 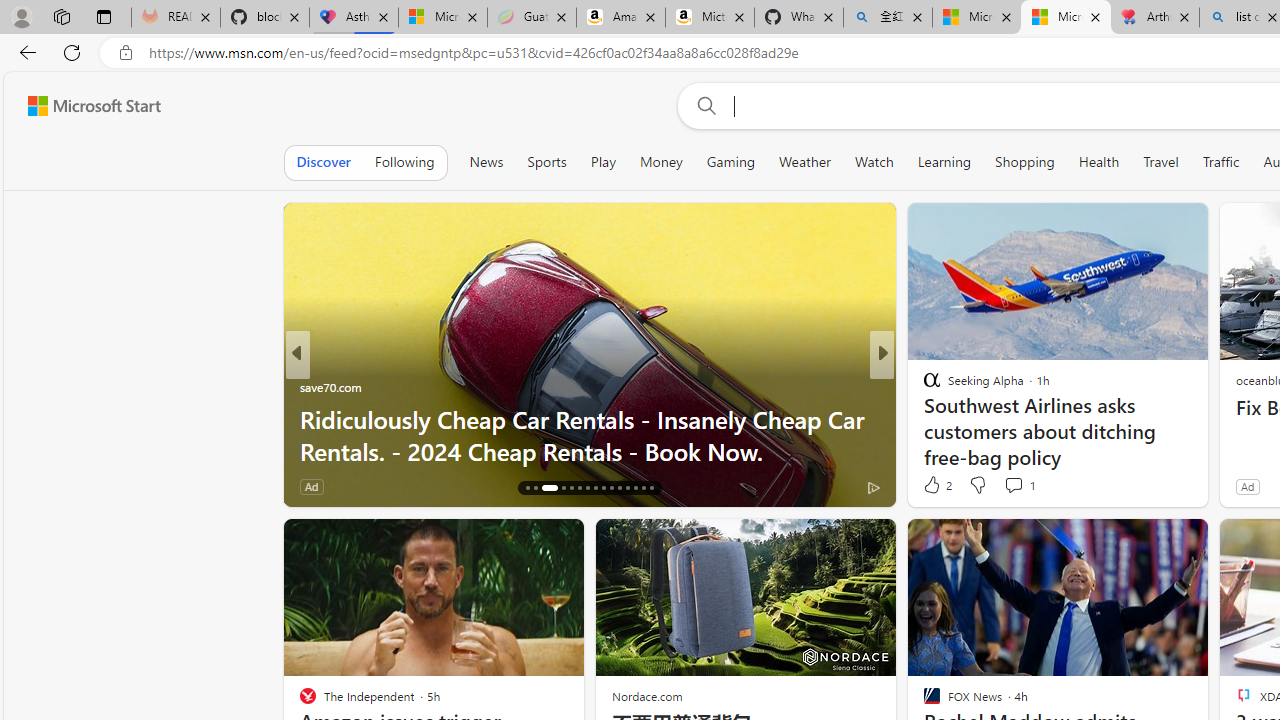 I want to click on 'AutomationID: tab-17', so click(x=535, y=488).